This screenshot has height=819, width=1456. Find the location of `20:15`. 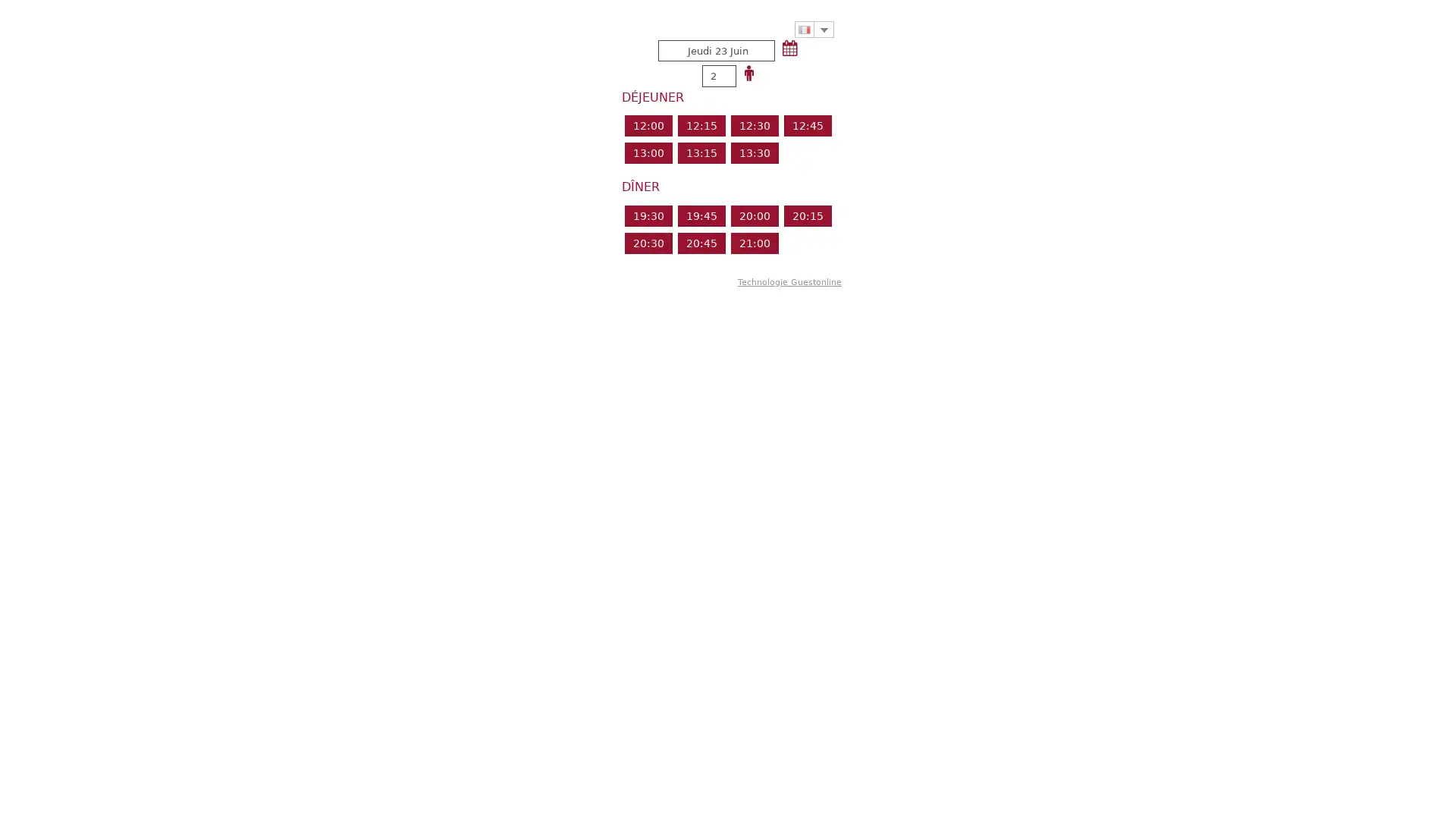

20:15 is located at coordinates (806, 215).